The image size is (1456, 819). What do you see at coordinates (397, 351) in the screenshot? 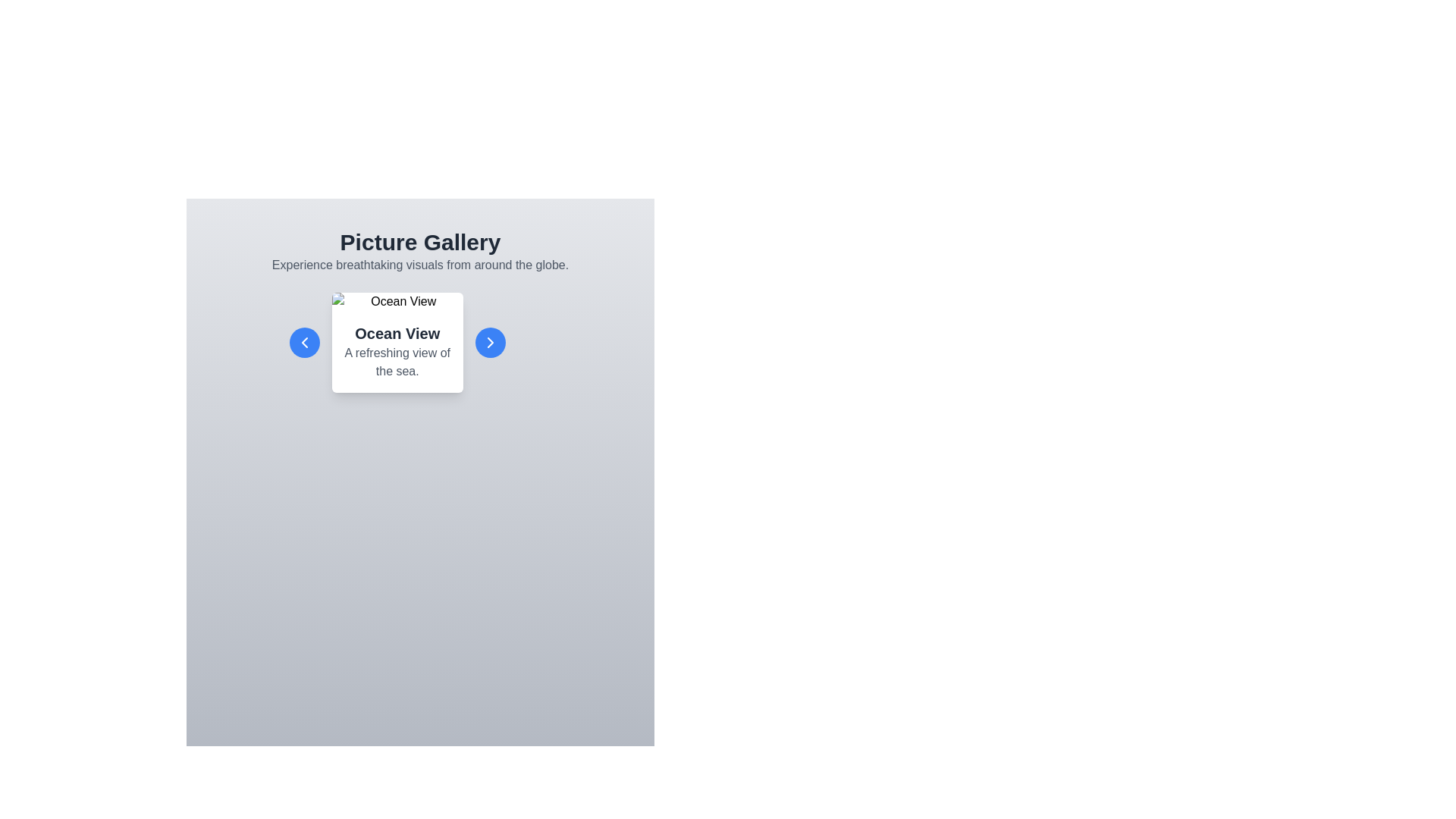
I see `the descriptive label element for 'Ocean View', which provides a subtitle about the refreshing view of the sea, located within the card in the center of the gallery interface` at bounding box center [397, 351].